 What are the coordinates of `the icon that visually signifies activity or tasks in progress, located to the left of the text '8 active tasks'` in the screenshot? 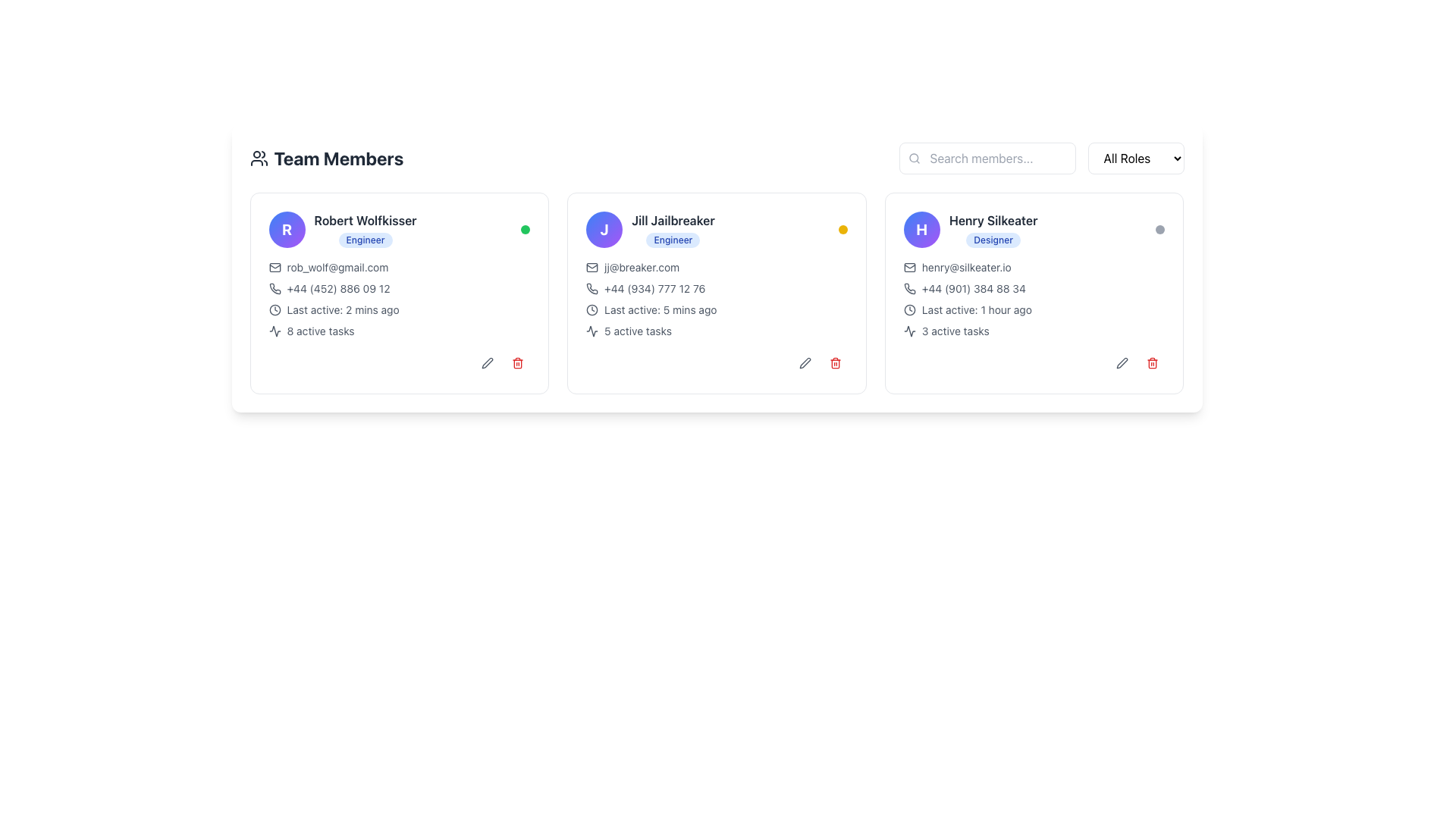 It's located at (275, 330).